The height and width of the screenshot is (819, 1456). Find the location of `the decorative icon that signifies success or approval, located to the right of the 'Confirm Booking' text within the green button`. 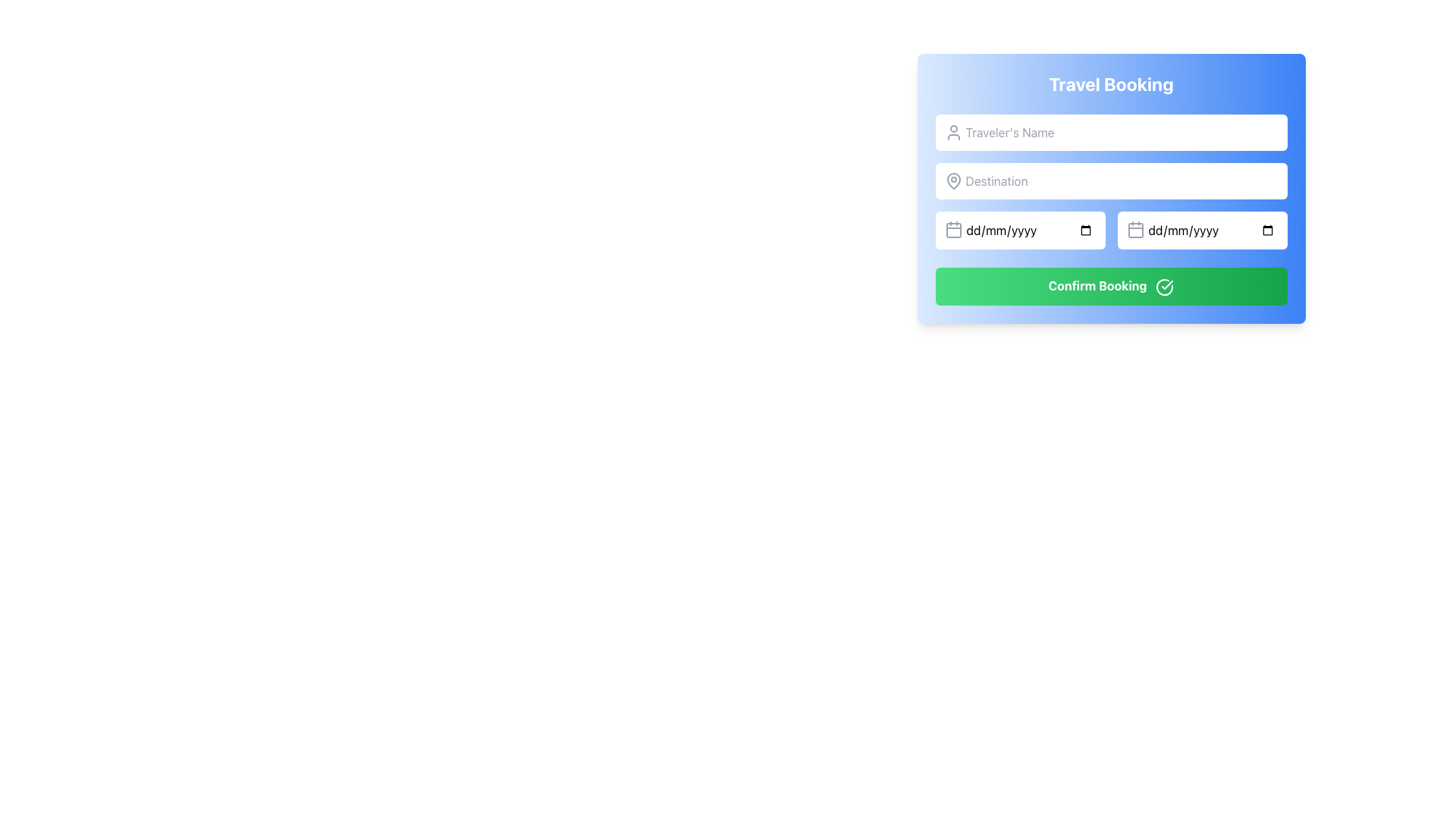

the decorative icon that signifies success or approval, located to the right of the 'Confirm Booking' text within the green button is located at coordinates (1164, 287).